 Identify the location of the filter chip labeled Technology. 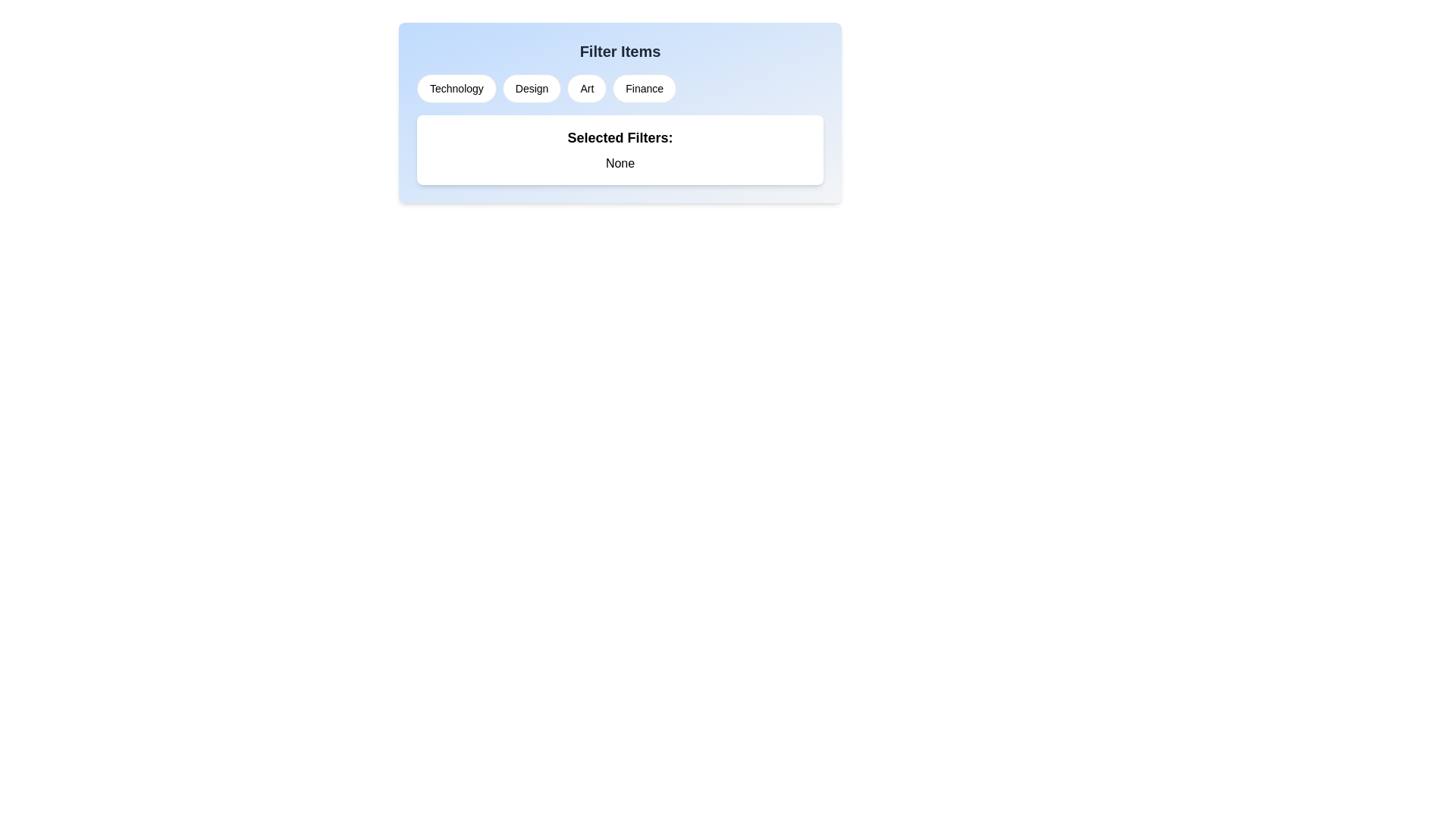
(455, 88).